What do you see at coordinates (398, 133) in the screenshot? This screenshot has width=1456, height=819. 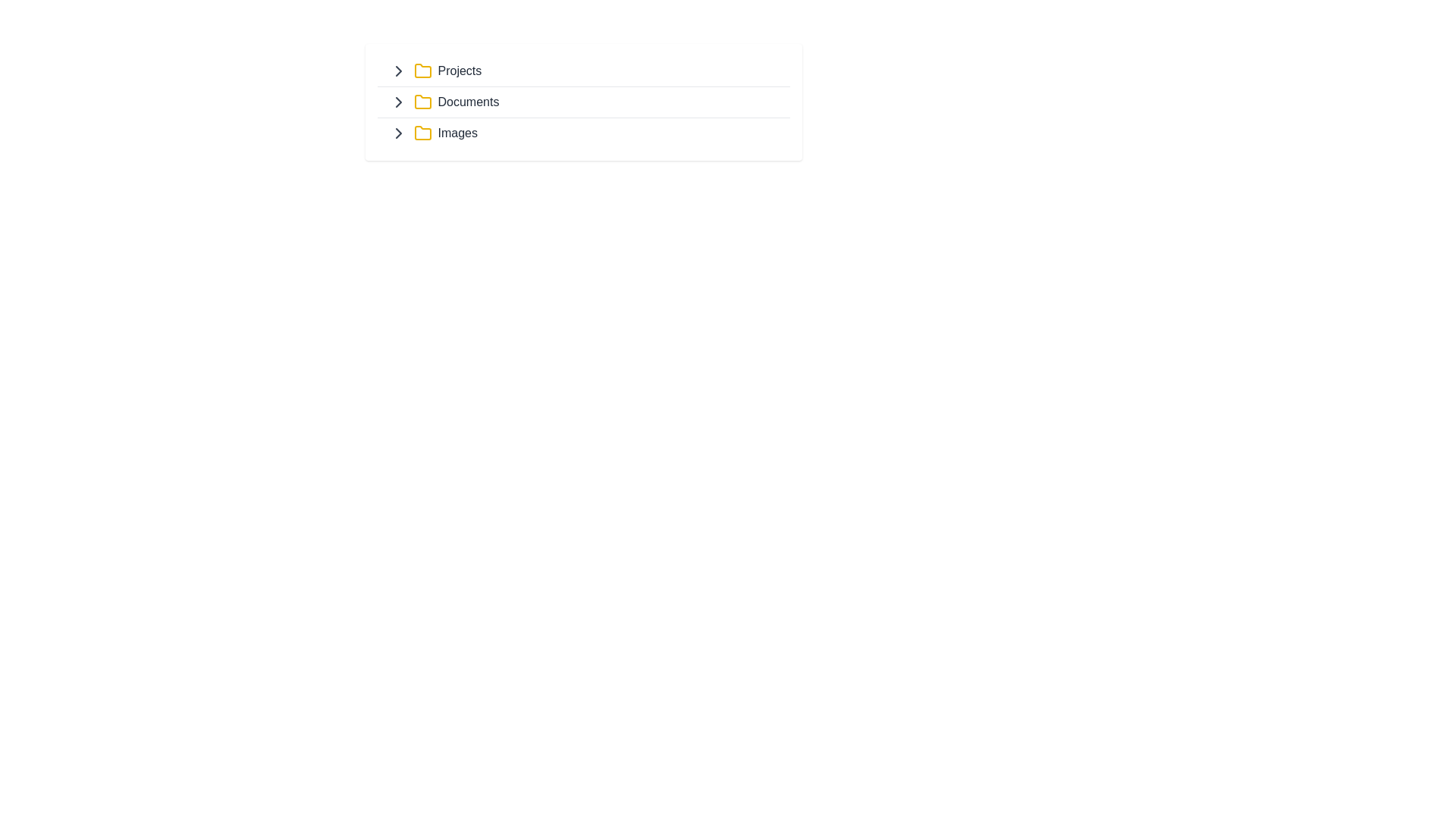 I see `the SVG-based chevron icon next to the 'Images' folder` at bounding box center [398, 133].